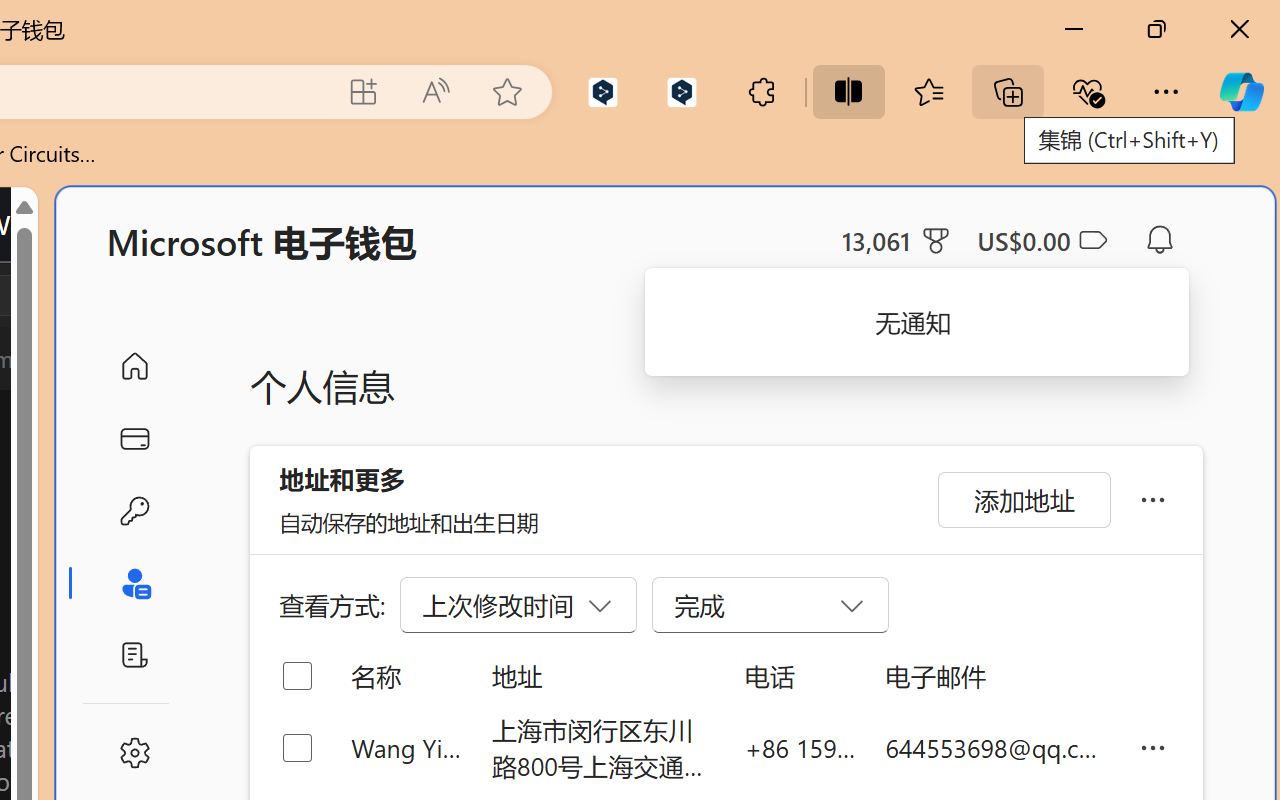  Describe the element at coordinates (1040, 239) in the screenshot. I see `'Microsoft Cashback - US$0.00'` at that location.